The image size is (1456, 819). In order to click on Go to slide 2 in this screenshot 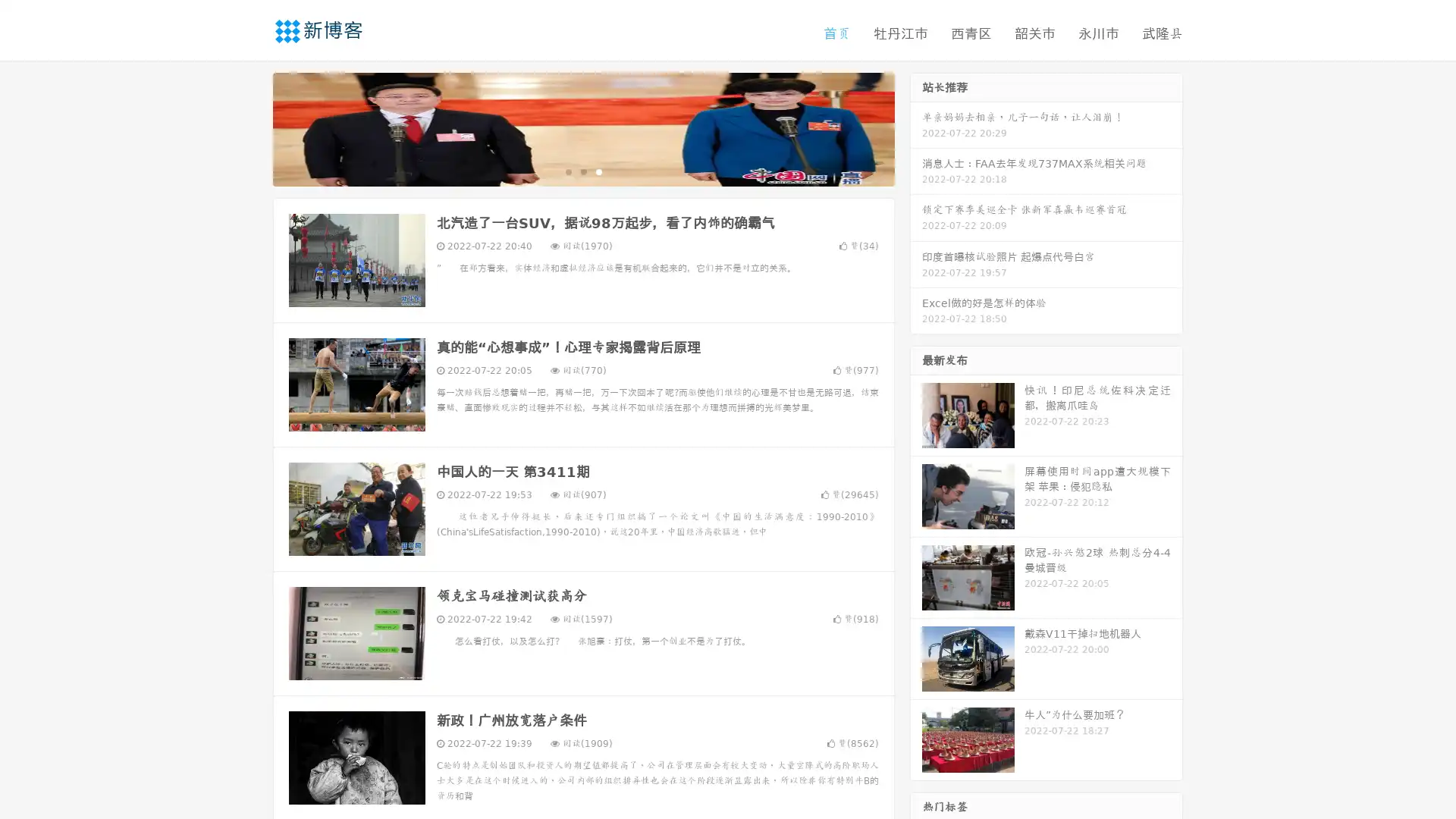, I will do `click(582, 171)`.